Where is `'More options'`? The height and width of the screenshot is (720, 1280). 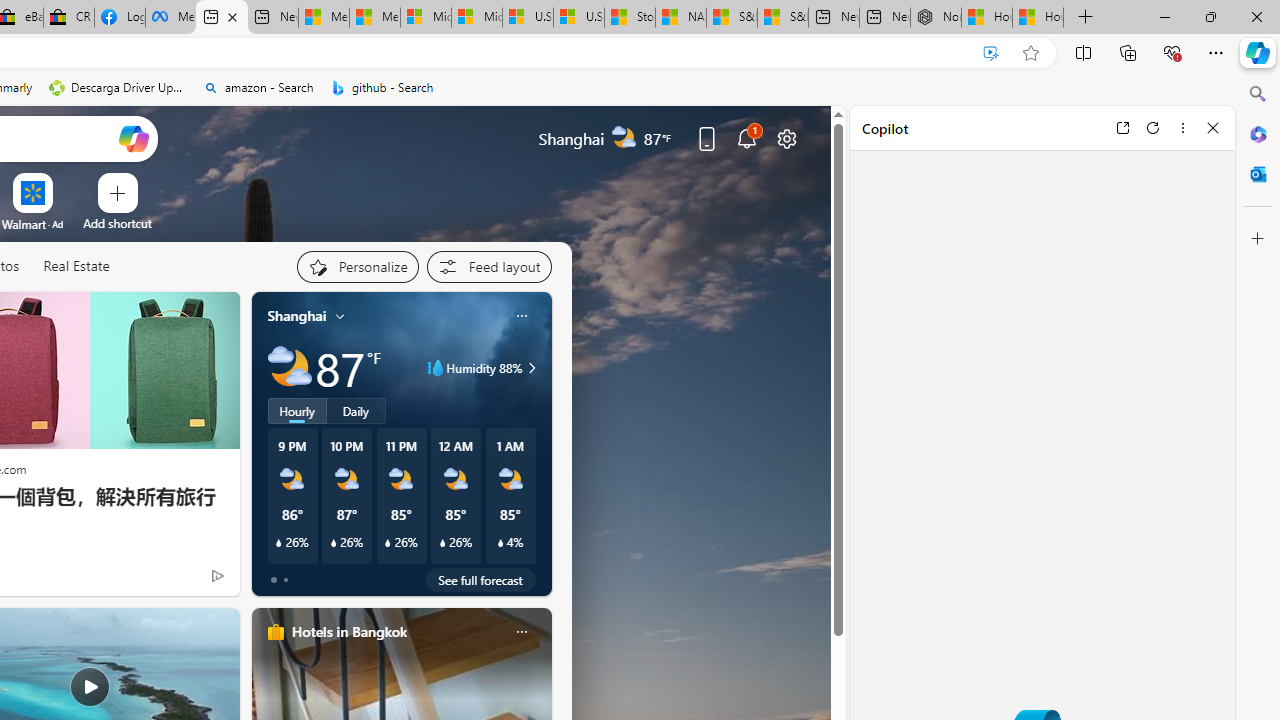 'More options' is located at coordinates (1182, 127).